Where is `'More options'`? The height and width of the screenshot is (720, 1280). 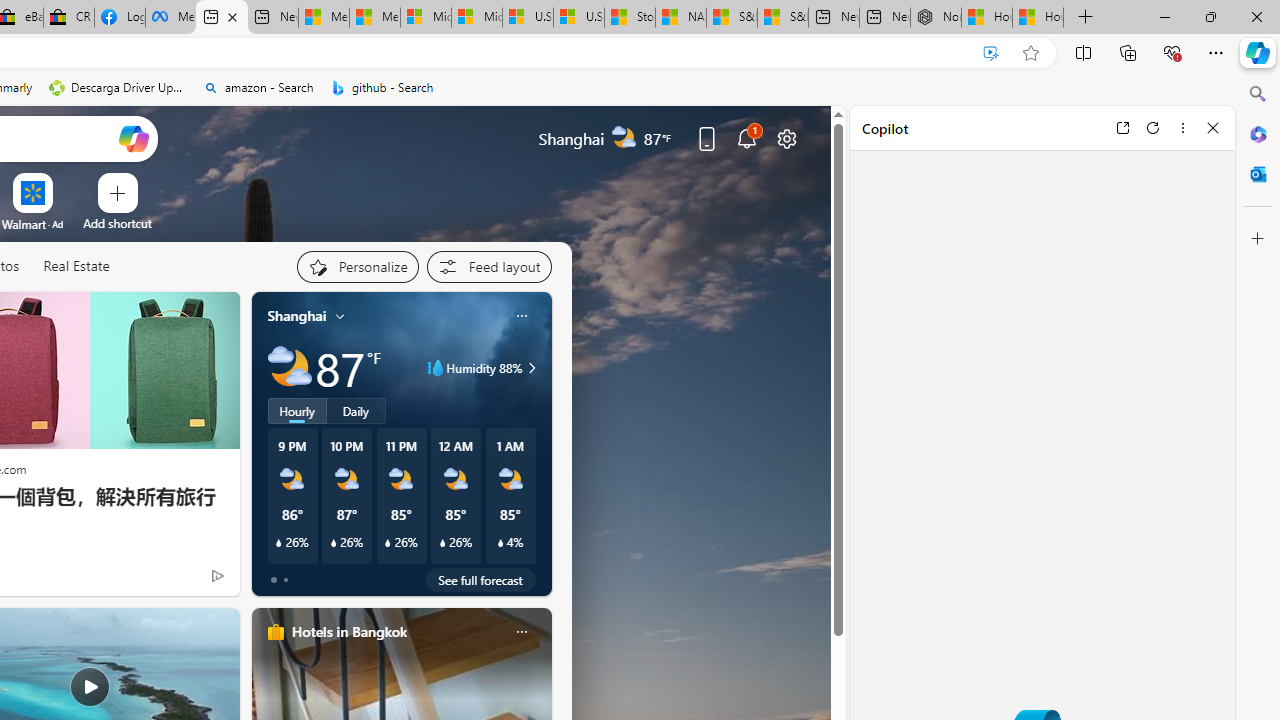 'More options' is located at coordinates (1182, 127).